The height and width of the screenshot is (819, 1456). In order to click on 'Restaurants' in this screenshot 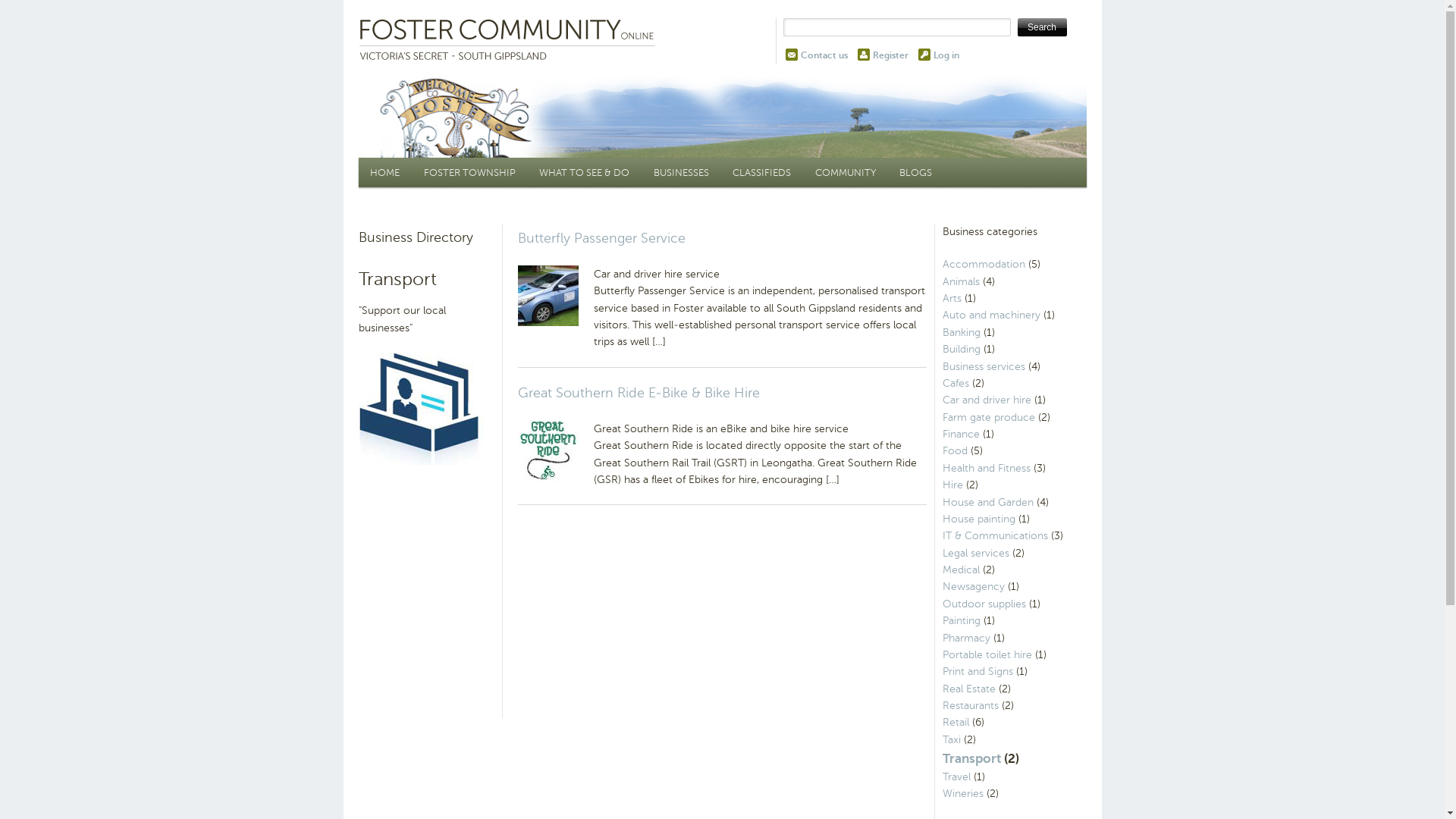, I will do `click(941, 705)`.